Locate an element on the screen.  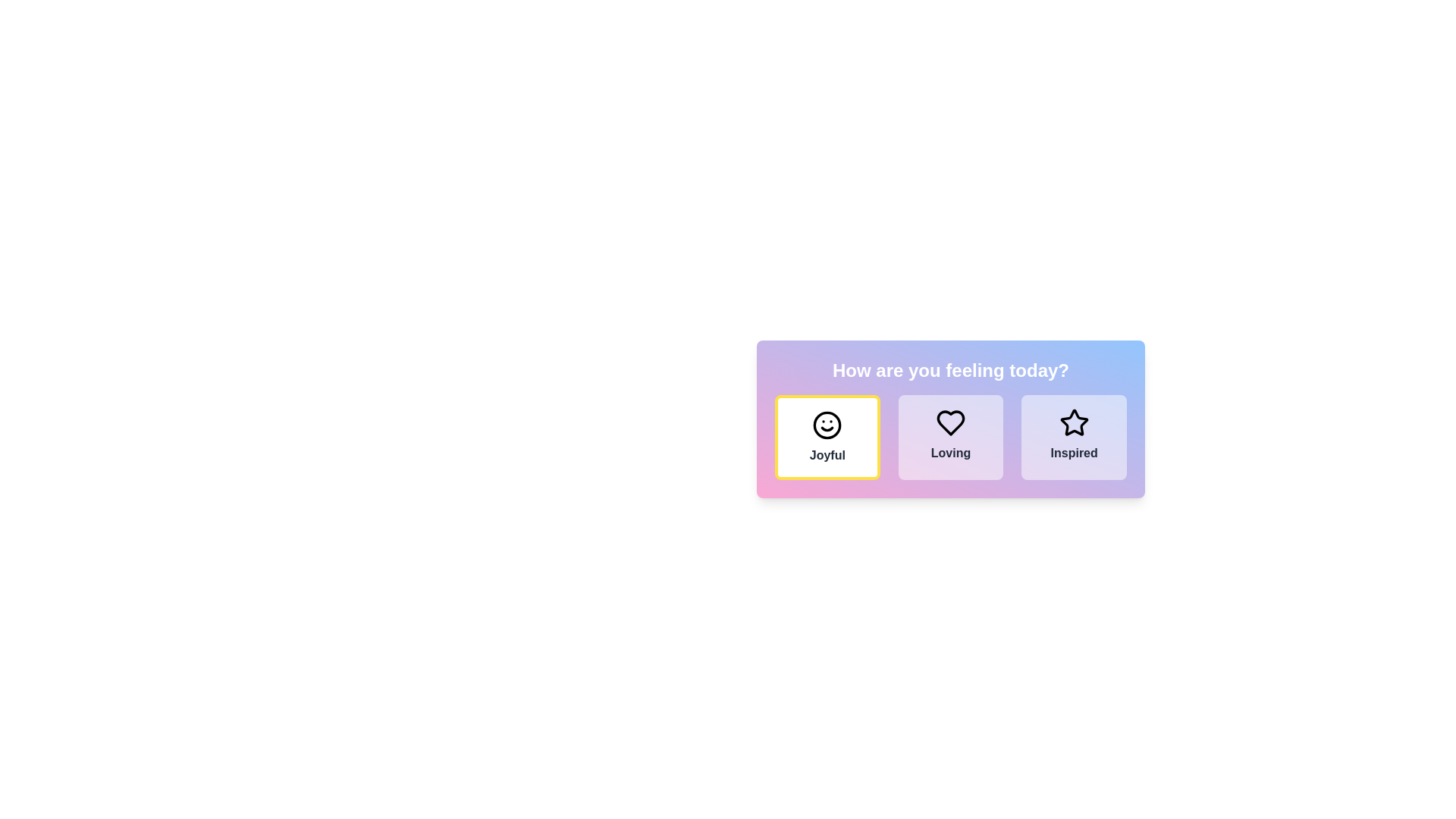
the text label displaying 'Inspired' is located at coordinates (1073, 452).